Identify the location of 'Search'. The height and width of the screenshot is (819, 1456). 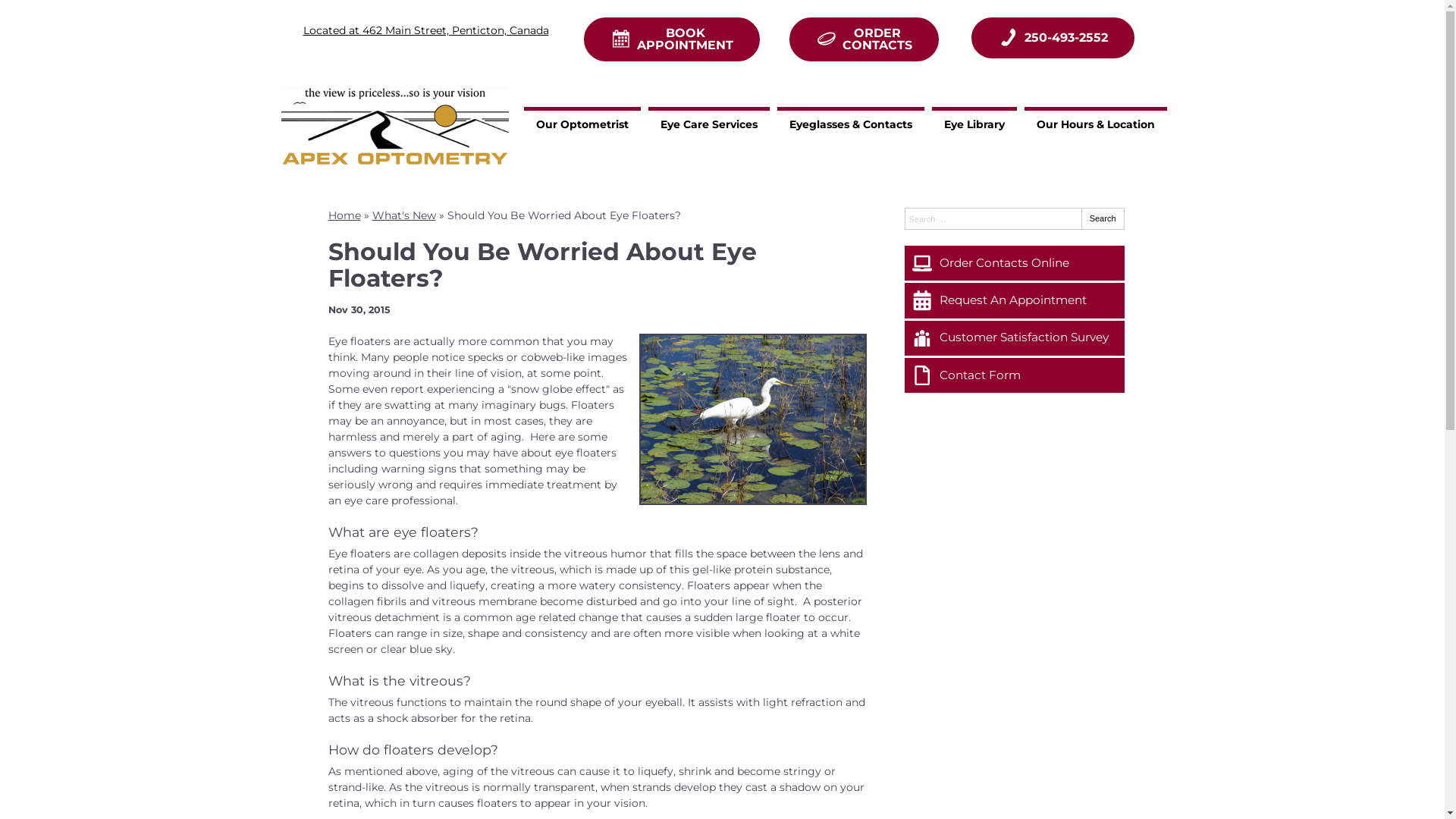
(1103, 218).